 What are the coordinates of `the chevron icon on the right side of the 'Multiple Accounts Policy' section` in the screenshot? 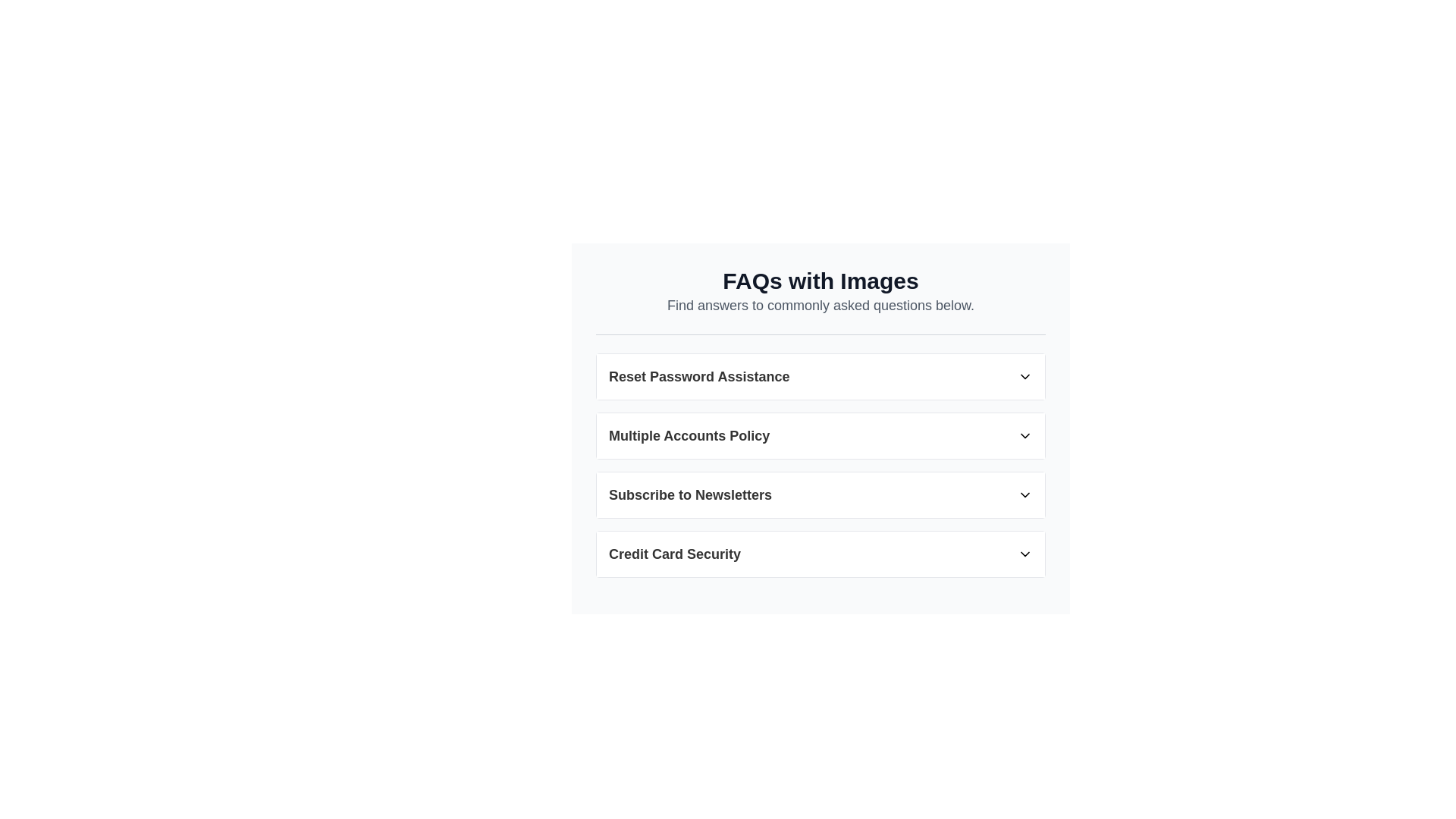 It's located at (1025, 435).